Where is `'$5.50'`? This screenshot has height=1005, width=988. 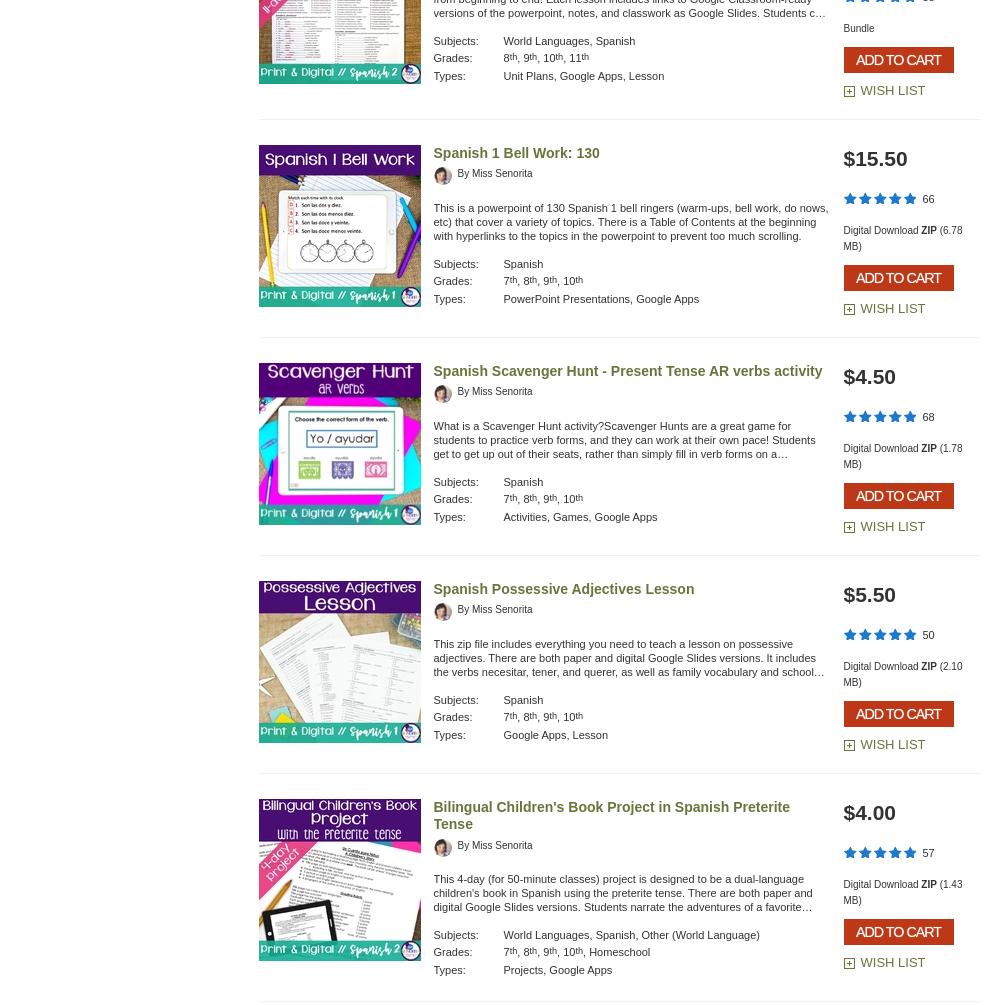
'$5.50' is located at coordinates (868, 593).